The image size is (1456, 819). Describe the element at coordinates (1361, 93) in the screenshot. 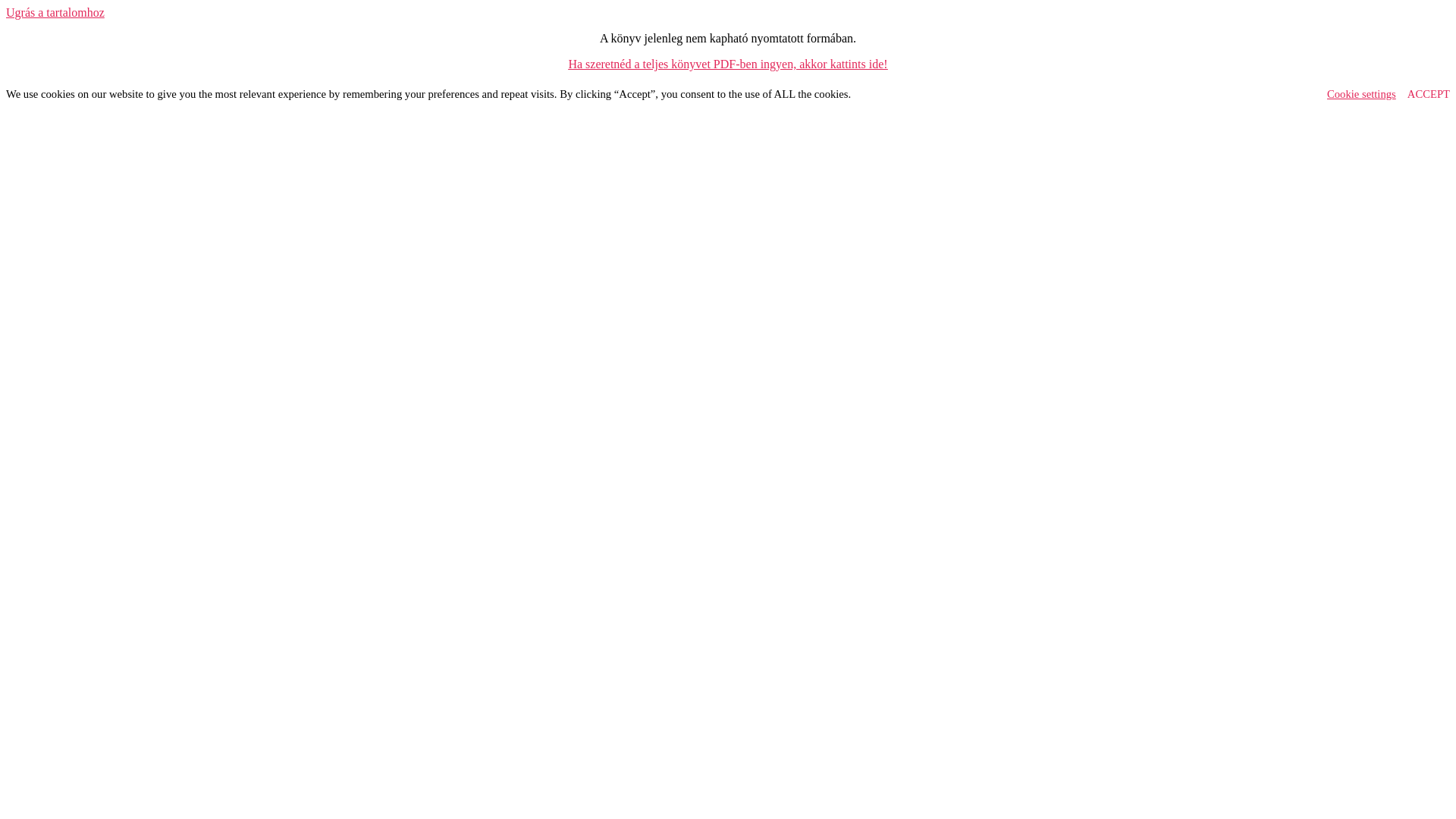

I see `'Cookie settings'` at that location.